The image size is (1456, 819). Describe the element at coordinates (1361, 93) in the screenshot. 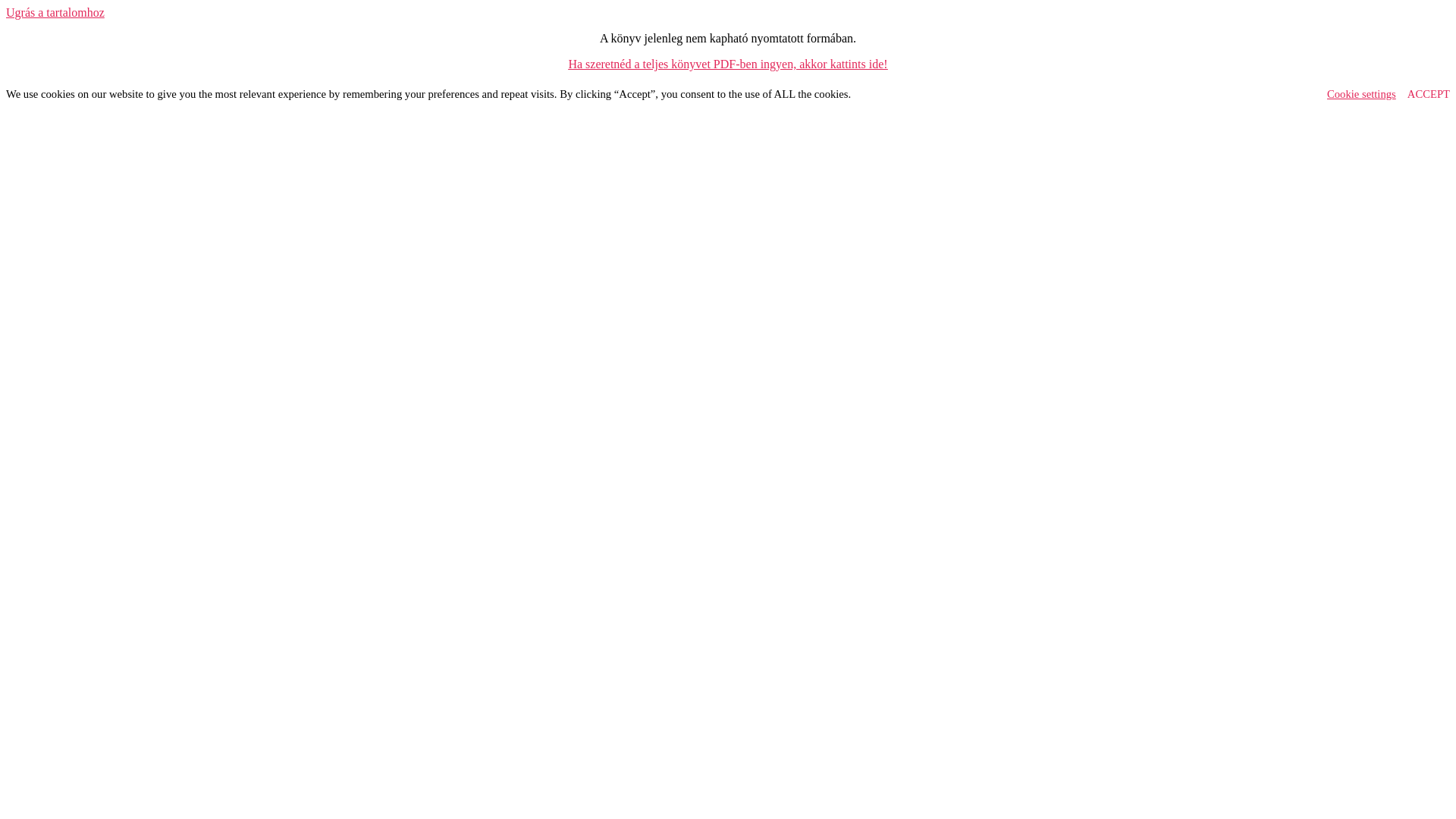

I see `'Cookie settings'` at that location.